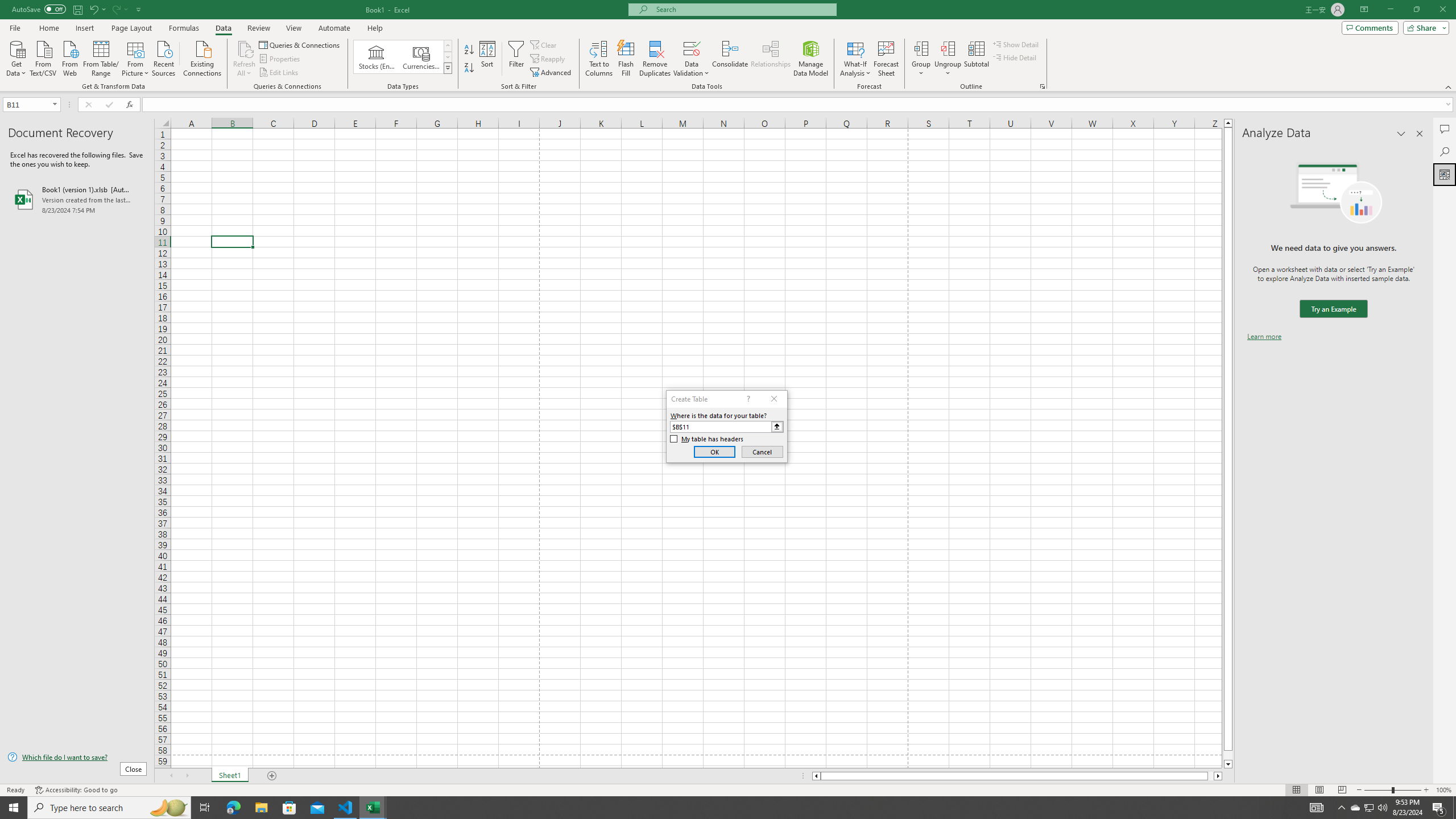  What do you see at coordinates (14, 27) in the screenshot?
I see `'File Tab'` at bounding box center [14, 27].